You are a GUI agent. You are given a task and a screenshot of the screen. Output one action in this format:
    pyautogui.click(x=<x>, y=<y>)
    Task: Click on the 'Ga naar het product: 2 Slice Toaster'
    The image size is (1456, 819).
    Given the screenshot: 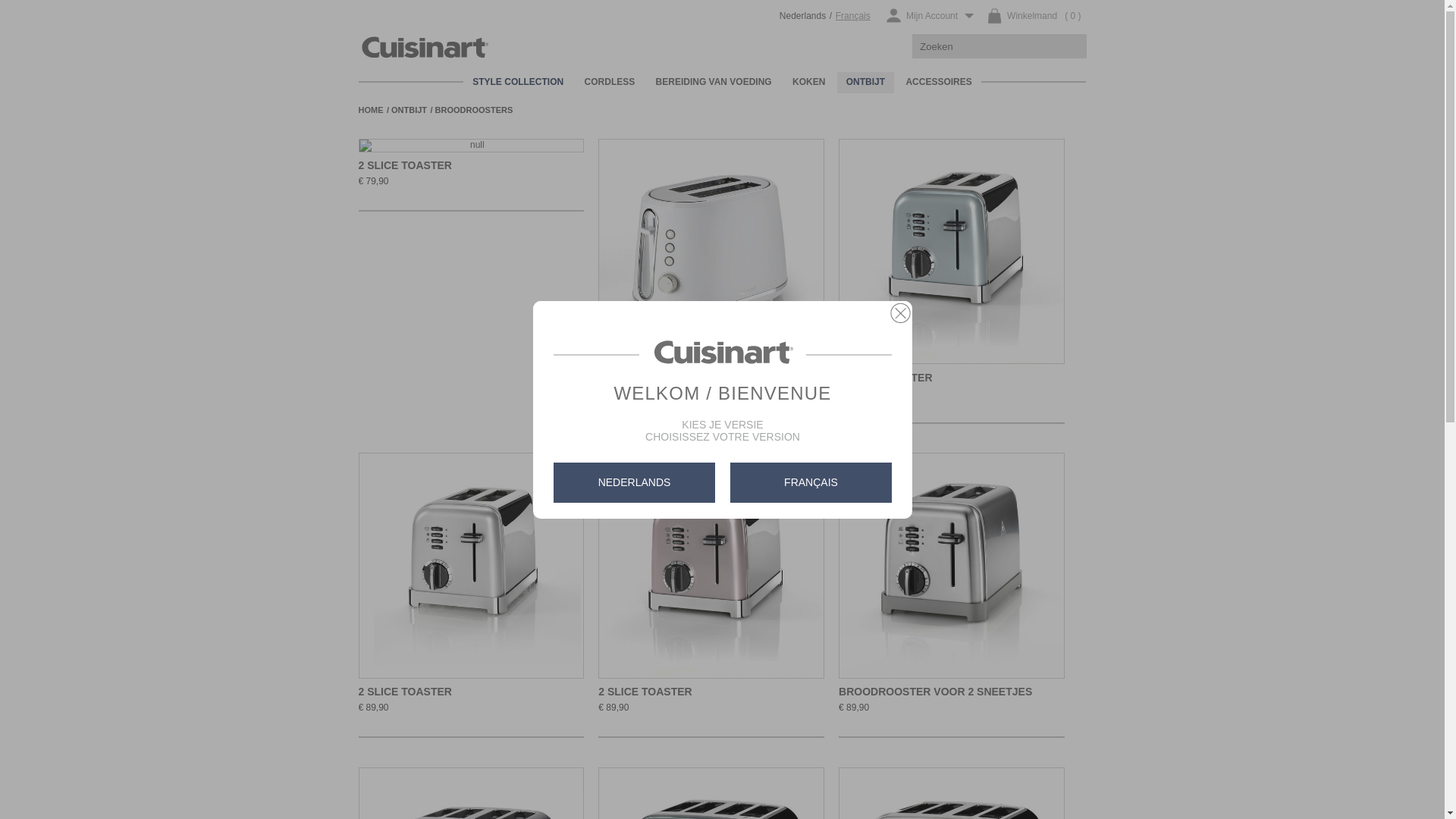 What is the action you would take?
    pyautogui.click(x=469, y=146)
    